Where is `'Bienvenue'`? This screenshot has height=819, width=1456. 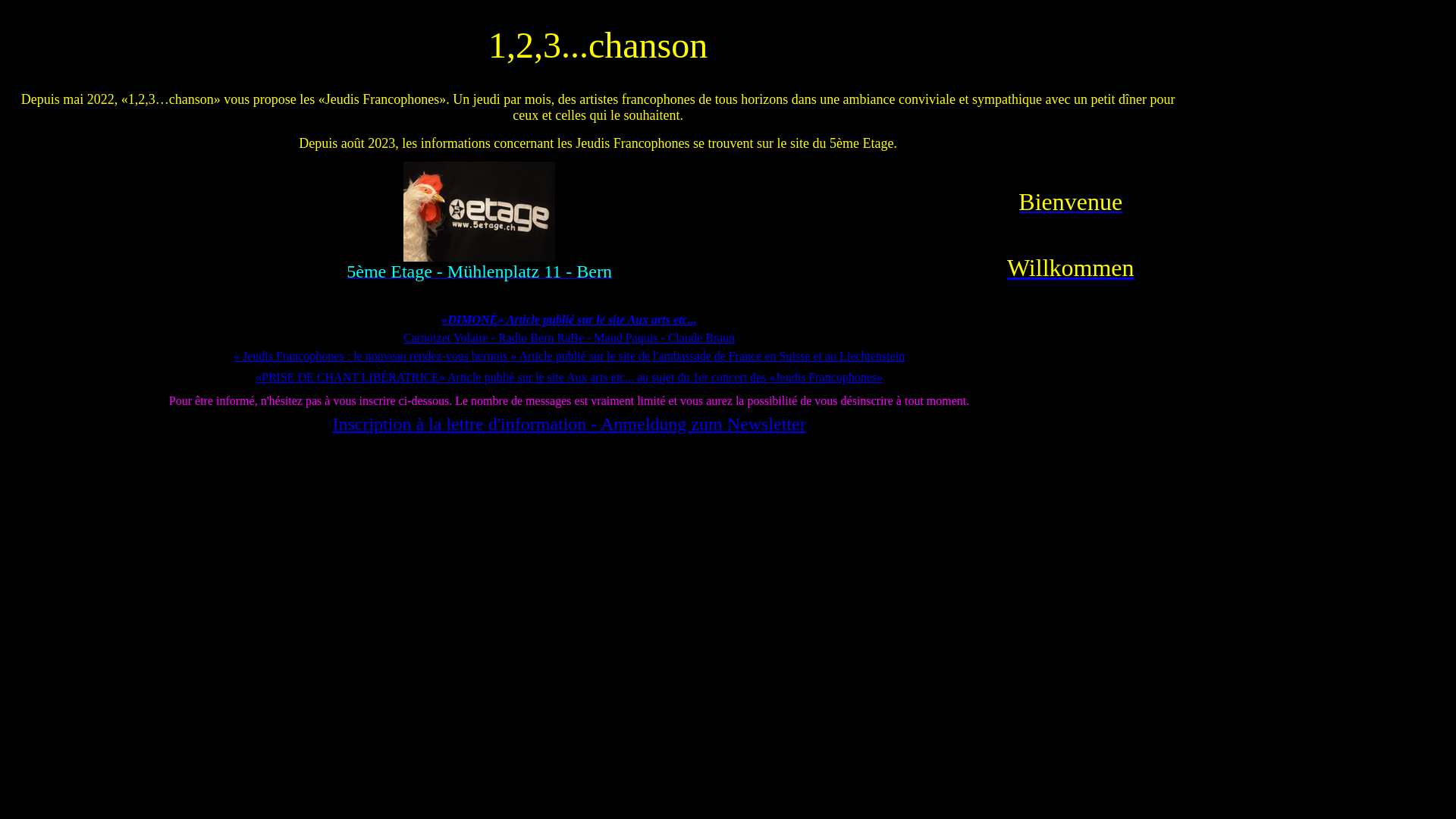 'Bienvenue' is located at coordinates (1069, 203).